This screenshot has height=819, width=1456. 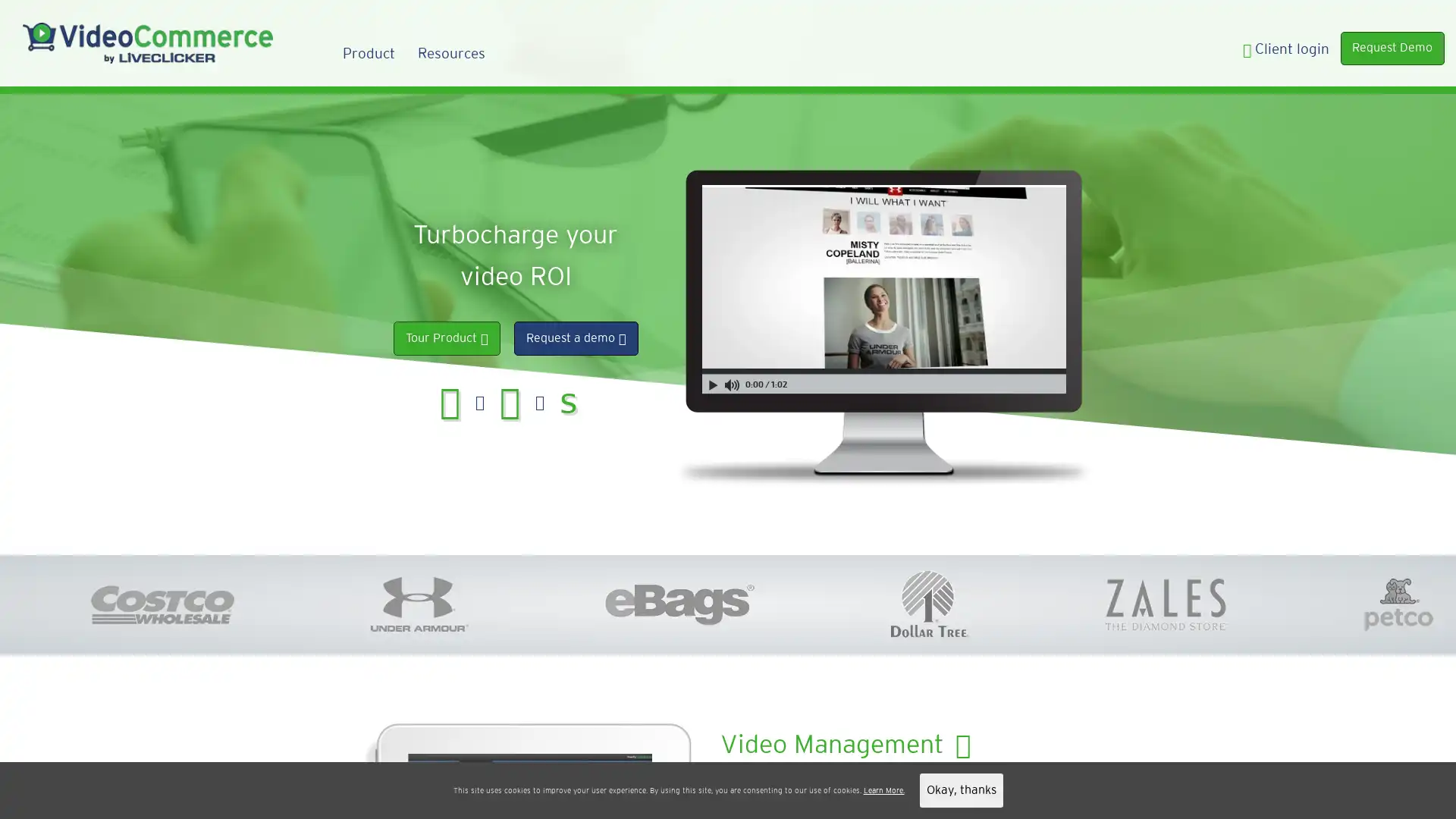 I want to click on Tour Product, so click(x=445, y=337).